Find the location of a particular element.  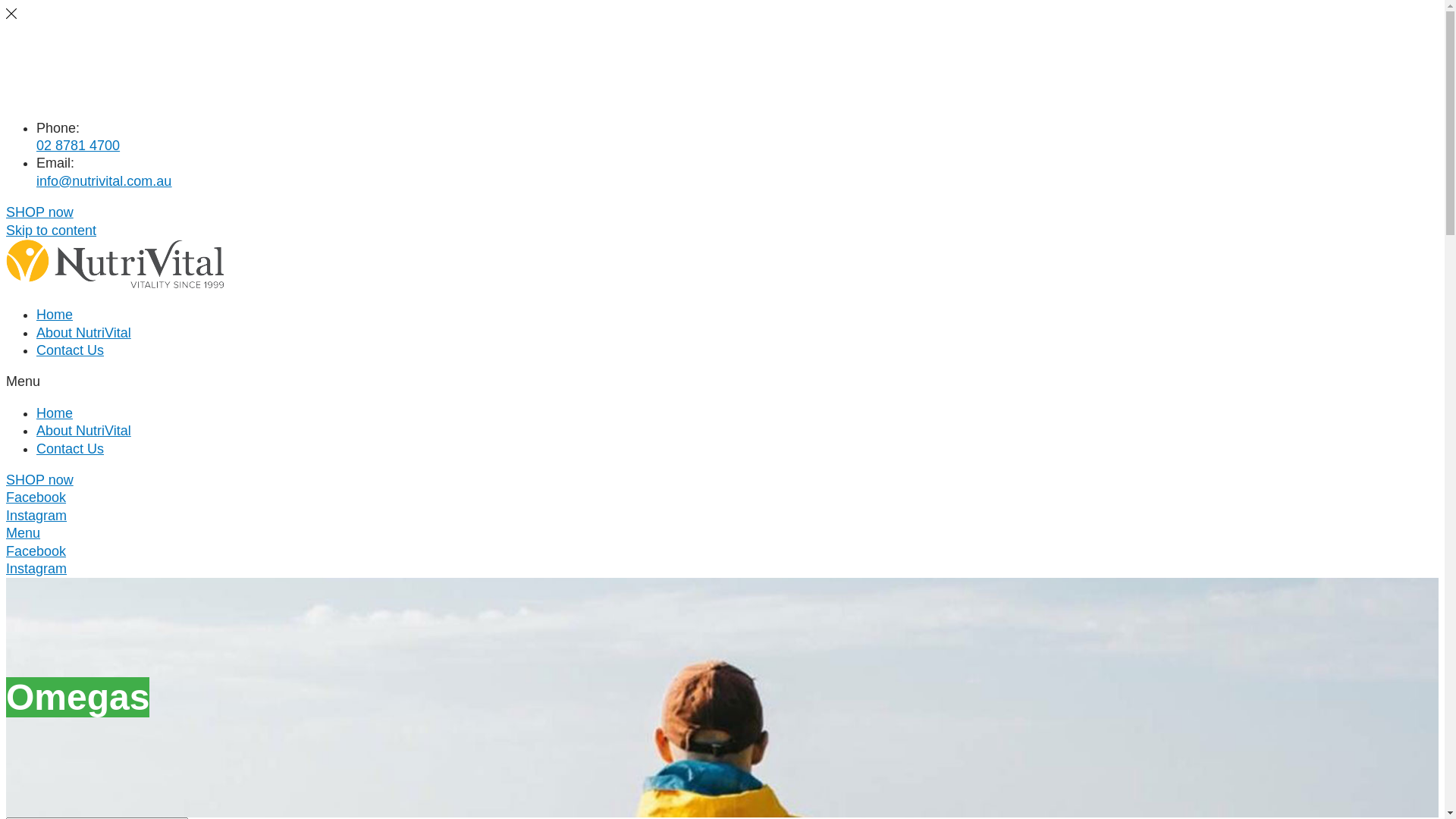

'Home' is located at coordinates (36, 413).